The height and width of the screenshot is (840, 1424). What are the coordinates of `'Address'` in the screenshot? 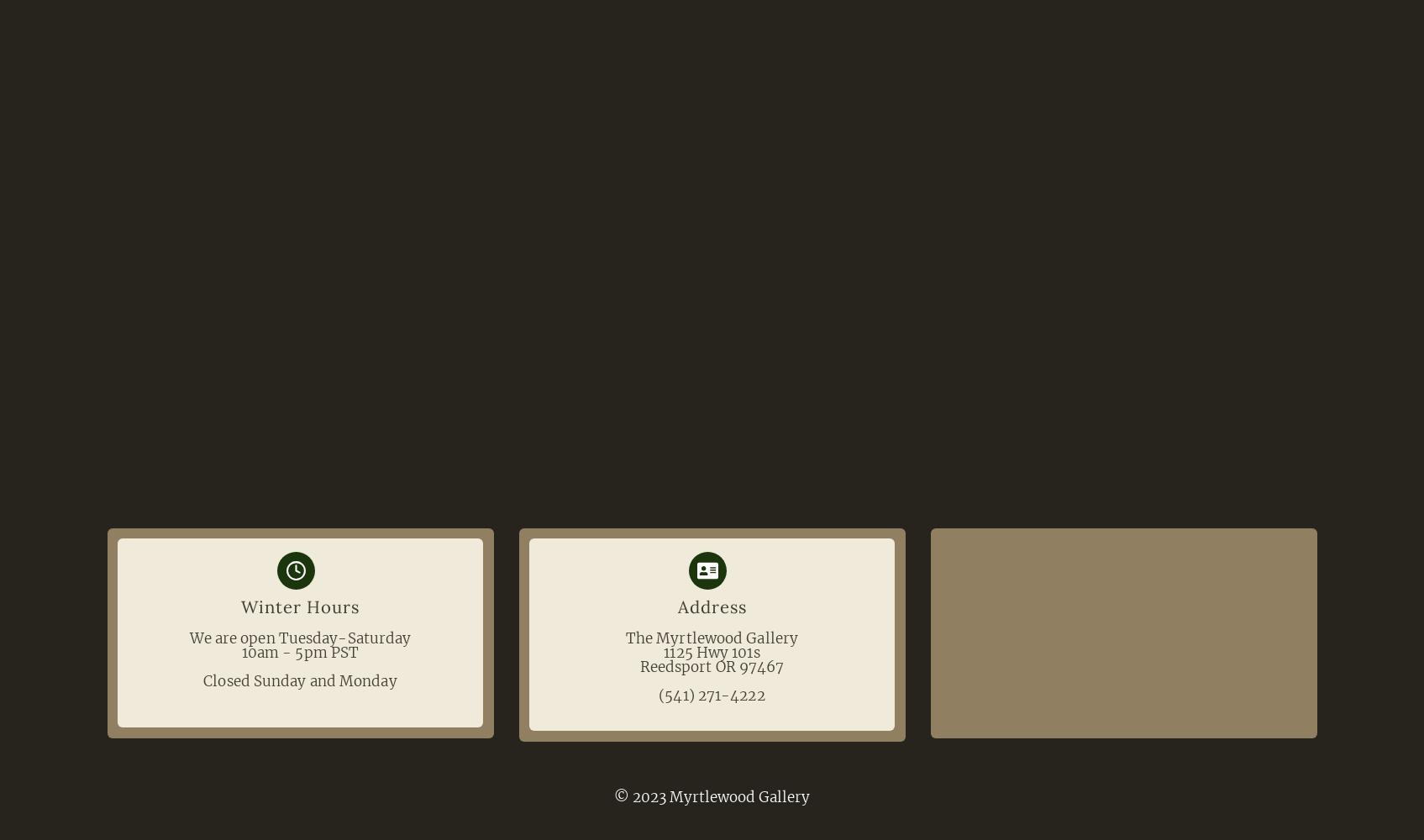 It's located at (711, 605).